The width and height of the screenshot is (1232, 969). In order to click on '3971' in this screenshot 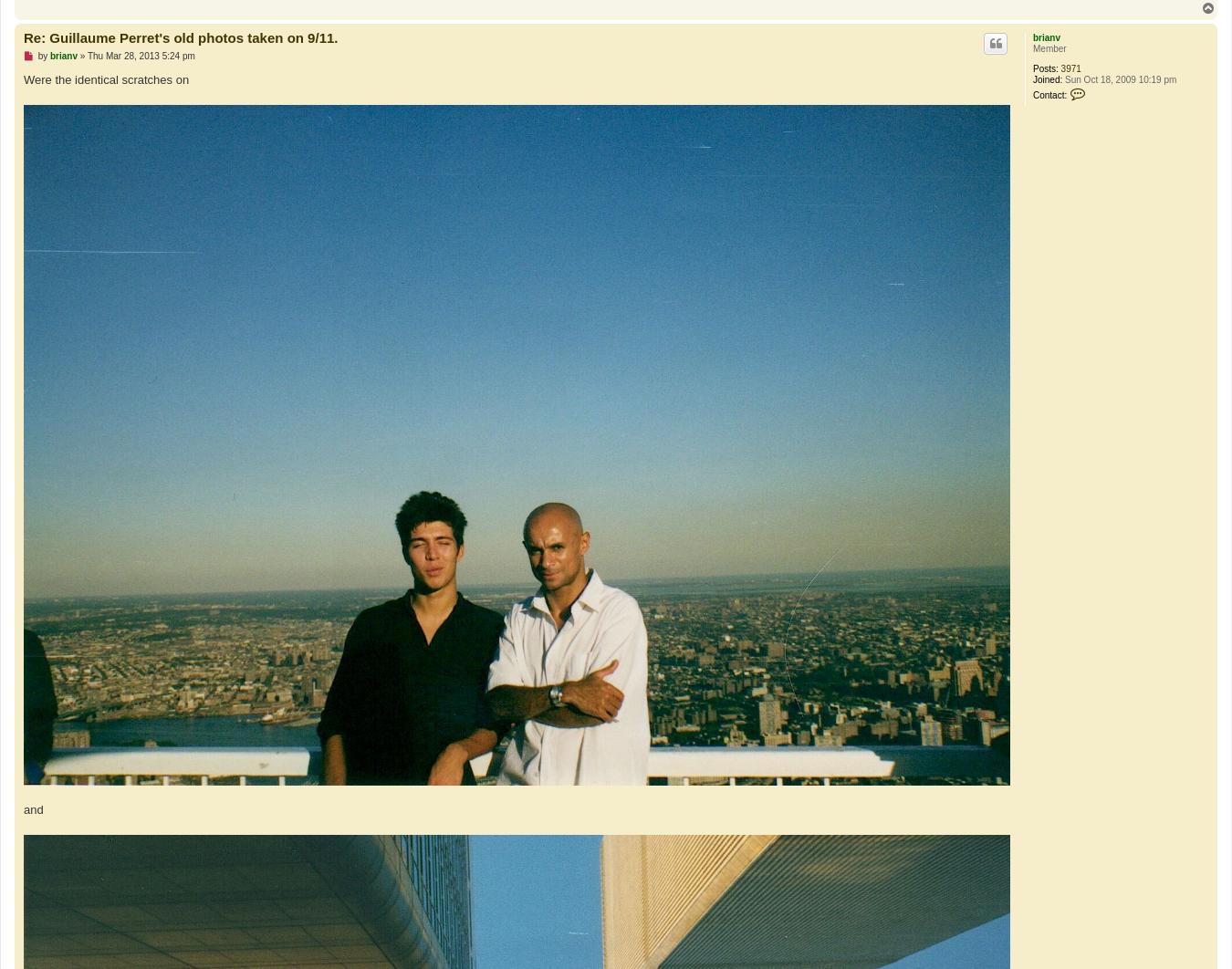, I will do `click(1070, 68)`.